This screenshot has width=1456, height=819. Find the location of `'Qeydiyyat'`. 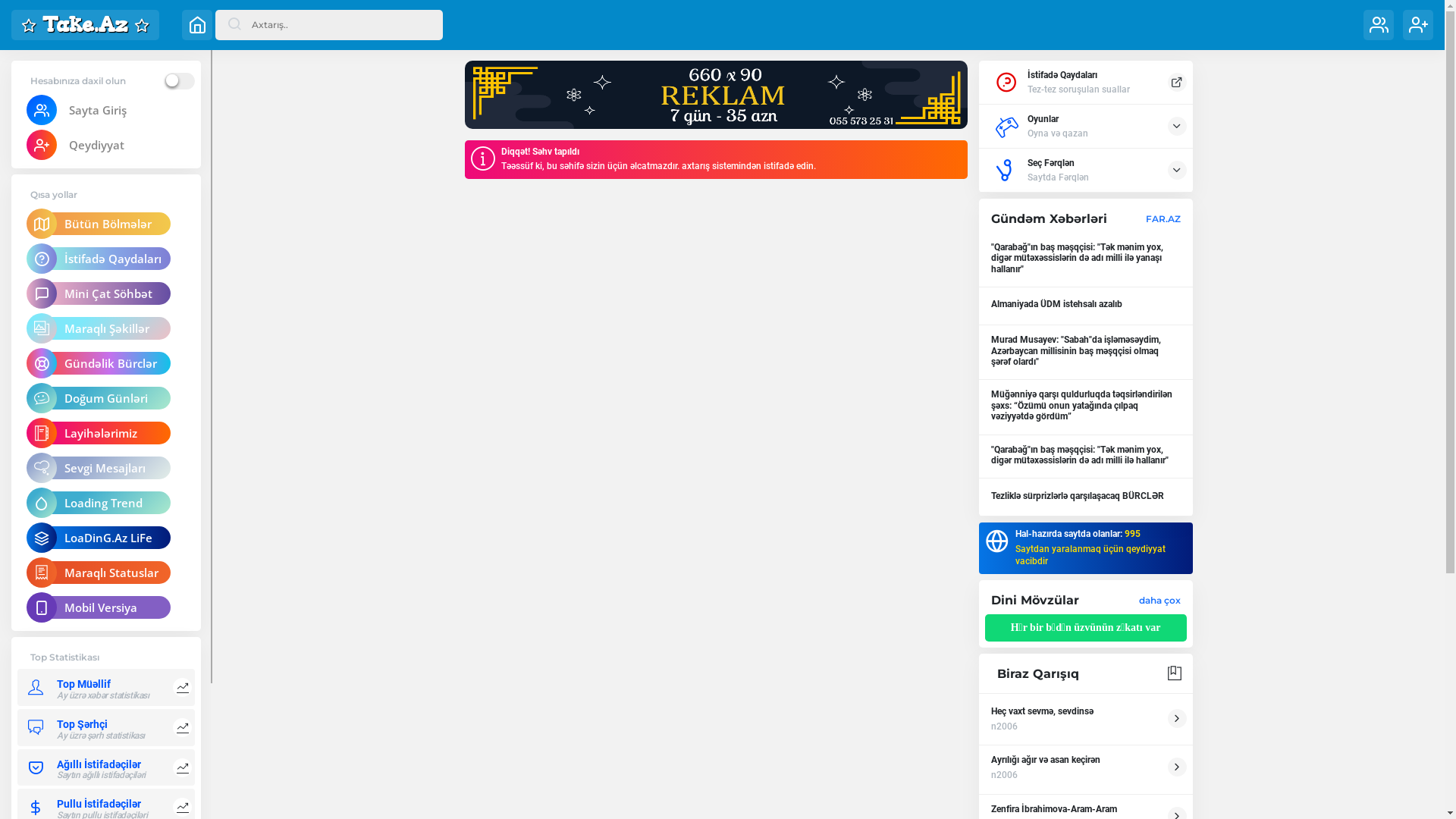

'Qeydiyyat' is located at coordinates (105, 145).